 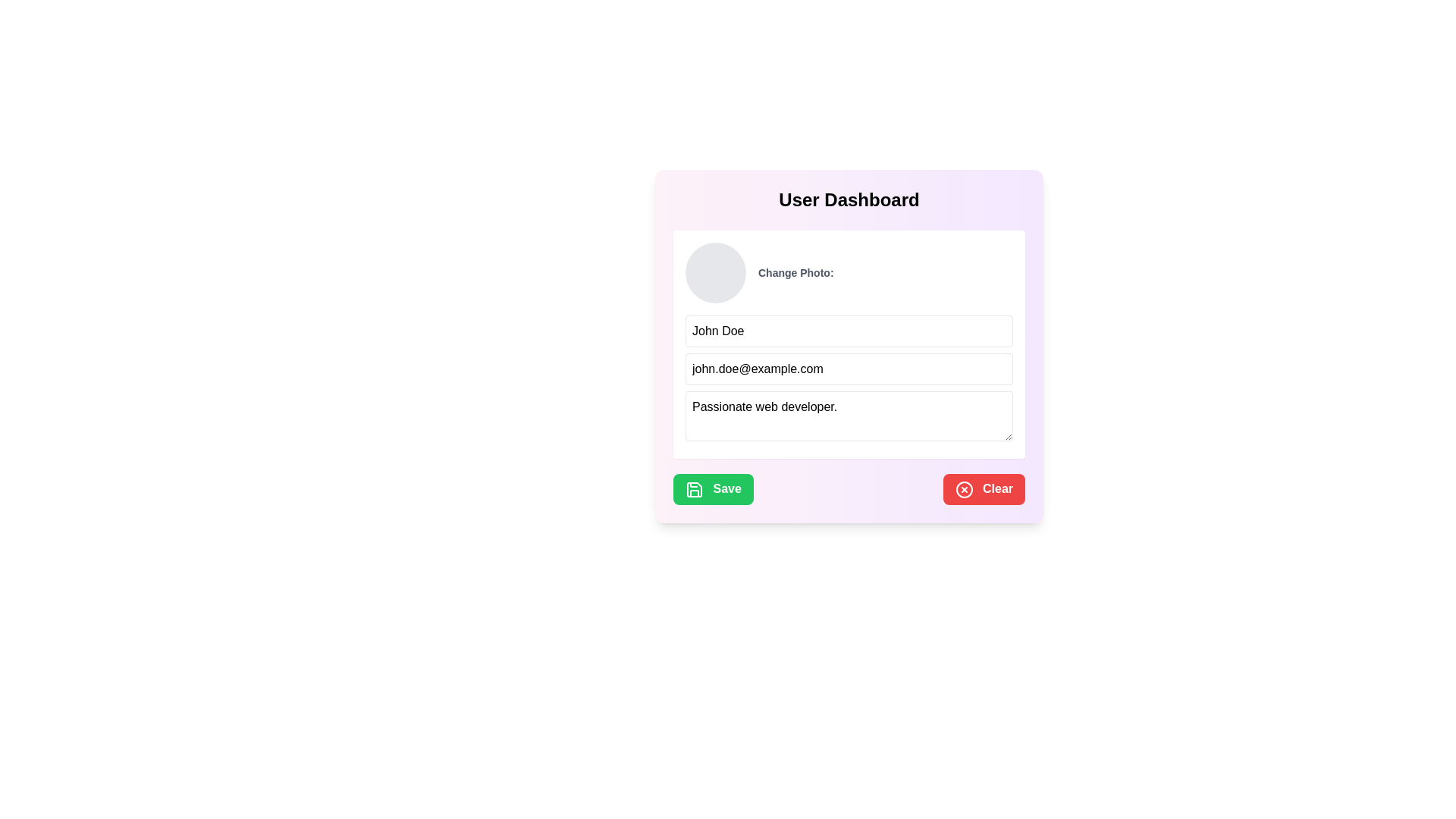 I want to click on the circular icon with a cross mark inside, located within the 'Clear' button at the bottom-right side of the user interface, so click(x=963, y=489).